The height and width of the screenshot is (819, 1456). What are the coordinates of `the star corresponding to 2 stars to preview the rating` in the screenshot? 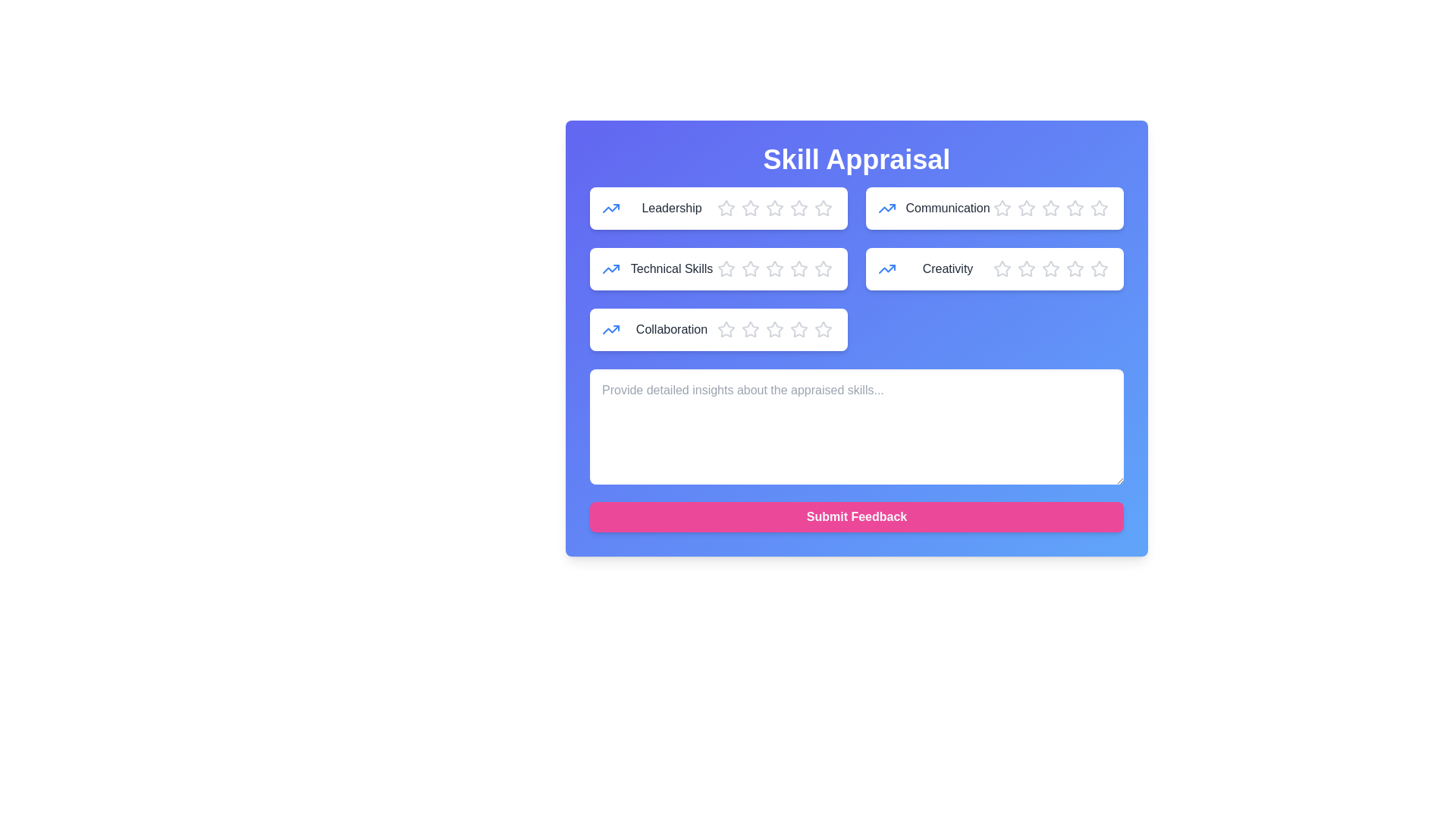 It's located at (750, 208).